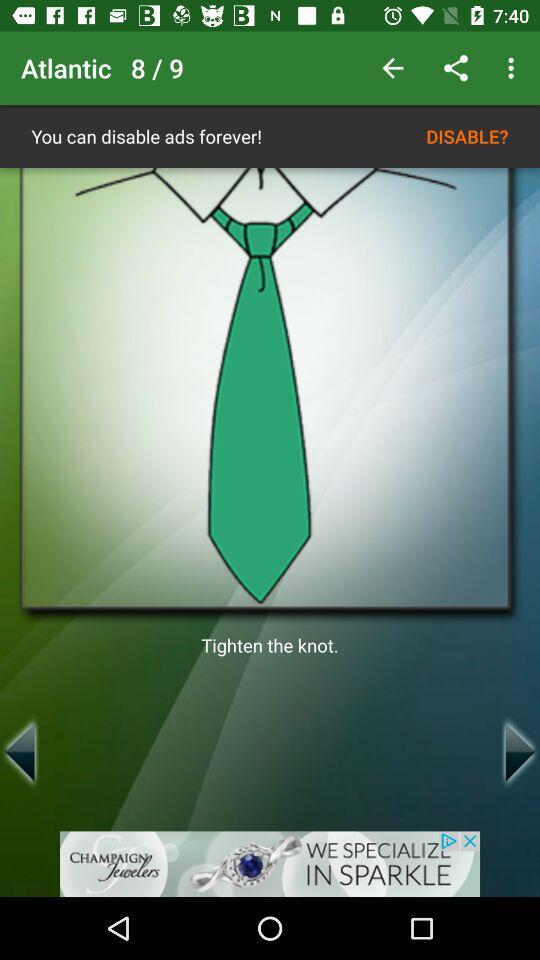  I want to click on the second icon which is at the top right of the page, so click(456, 68).